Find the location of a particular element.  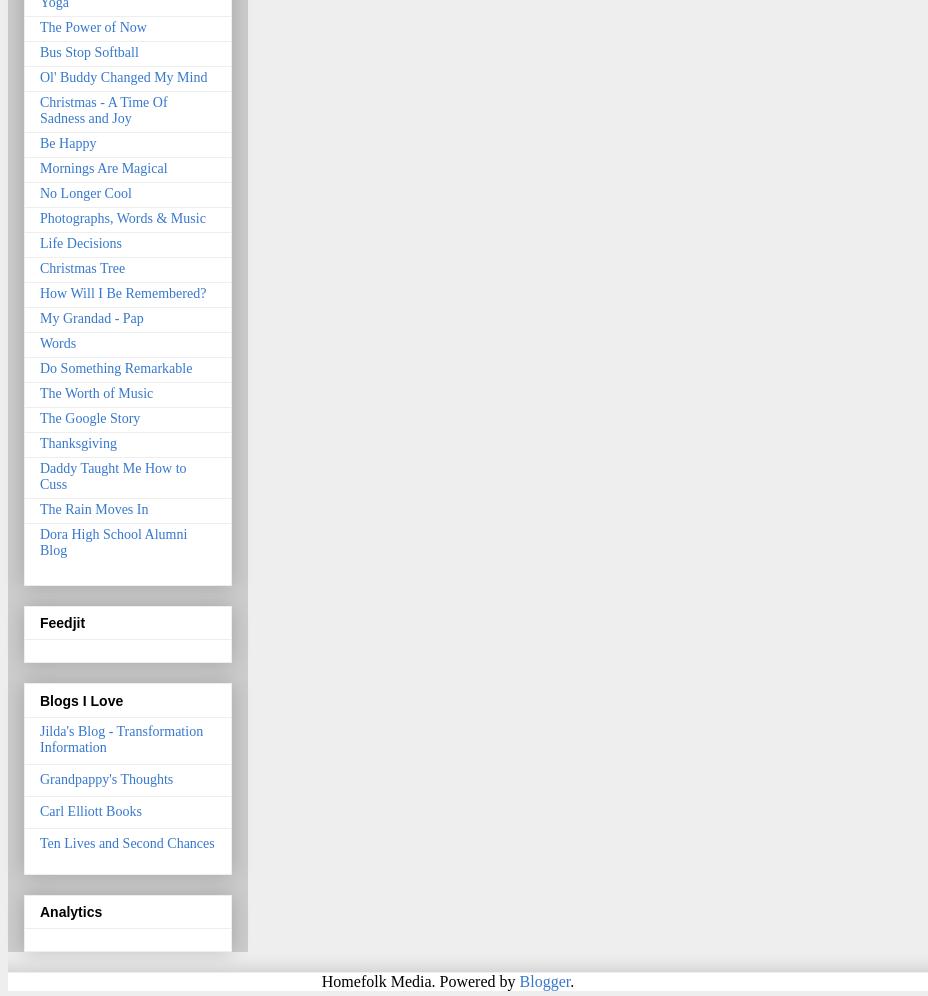

'Bus Stop Softball' is located at coordinates (87, 51).